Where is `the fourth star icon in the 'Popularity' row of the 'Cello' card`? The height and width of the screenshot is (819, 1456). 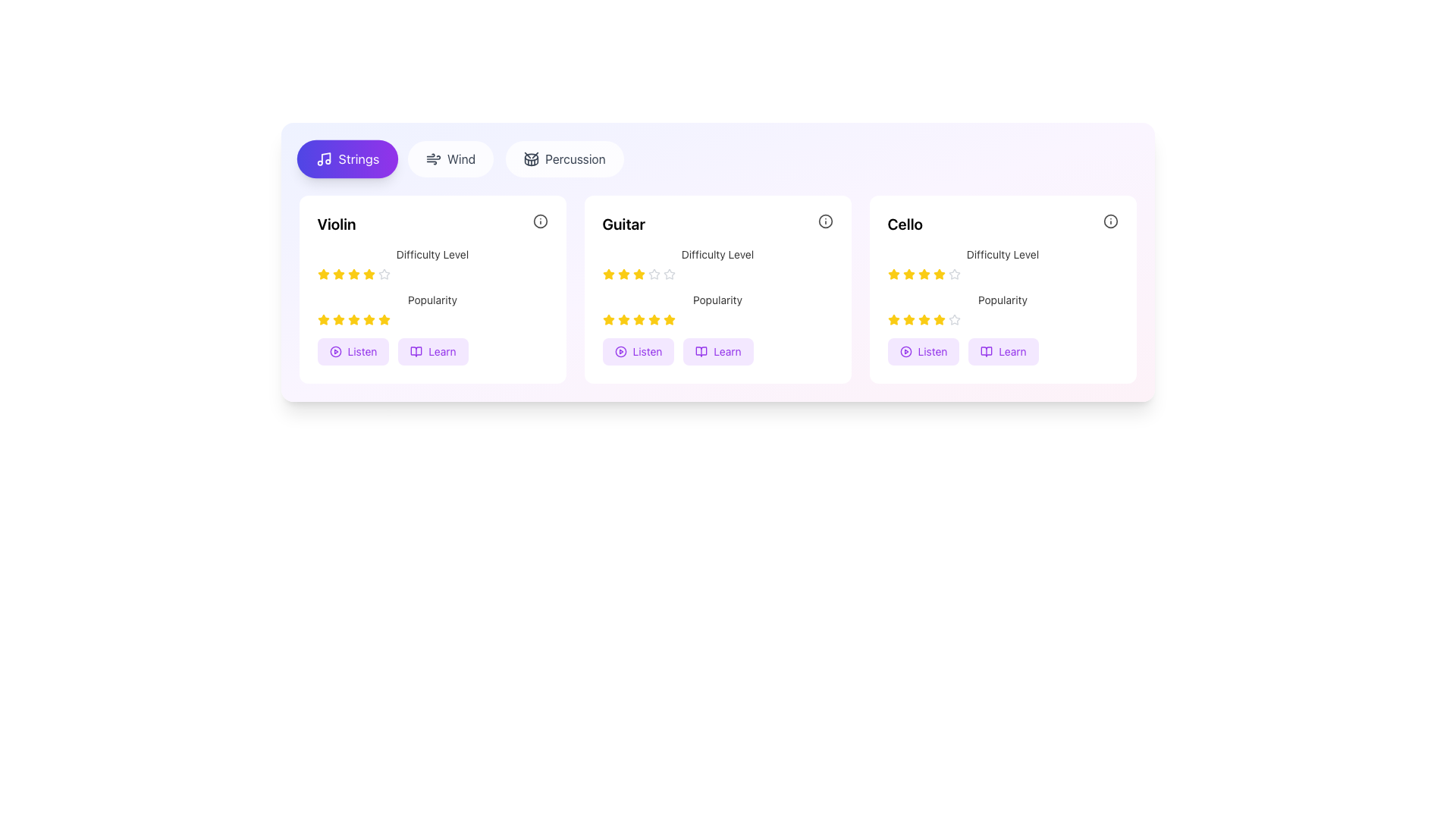
the fourth star icon in the 'Popularity' row of the 'Cello' card is located at coordinates (923, 318).